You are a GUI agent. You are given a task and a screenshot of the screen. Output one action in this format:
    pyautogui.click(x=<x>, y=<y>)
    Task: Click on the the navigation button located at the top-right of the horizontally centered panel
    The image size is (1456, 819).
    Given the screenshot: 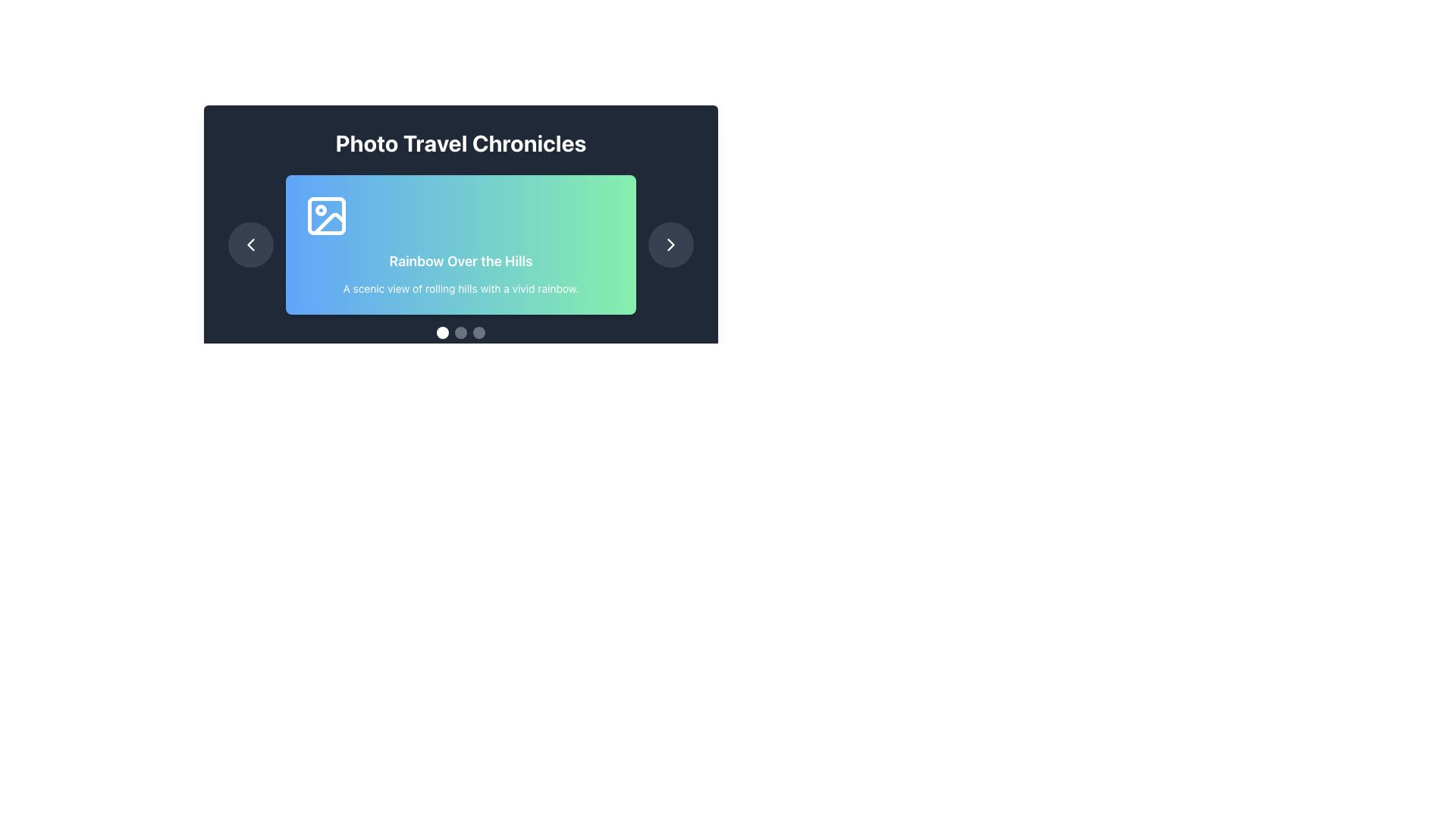 What is the action you would take?
    pyautogui.click(x=670, y=244)
    